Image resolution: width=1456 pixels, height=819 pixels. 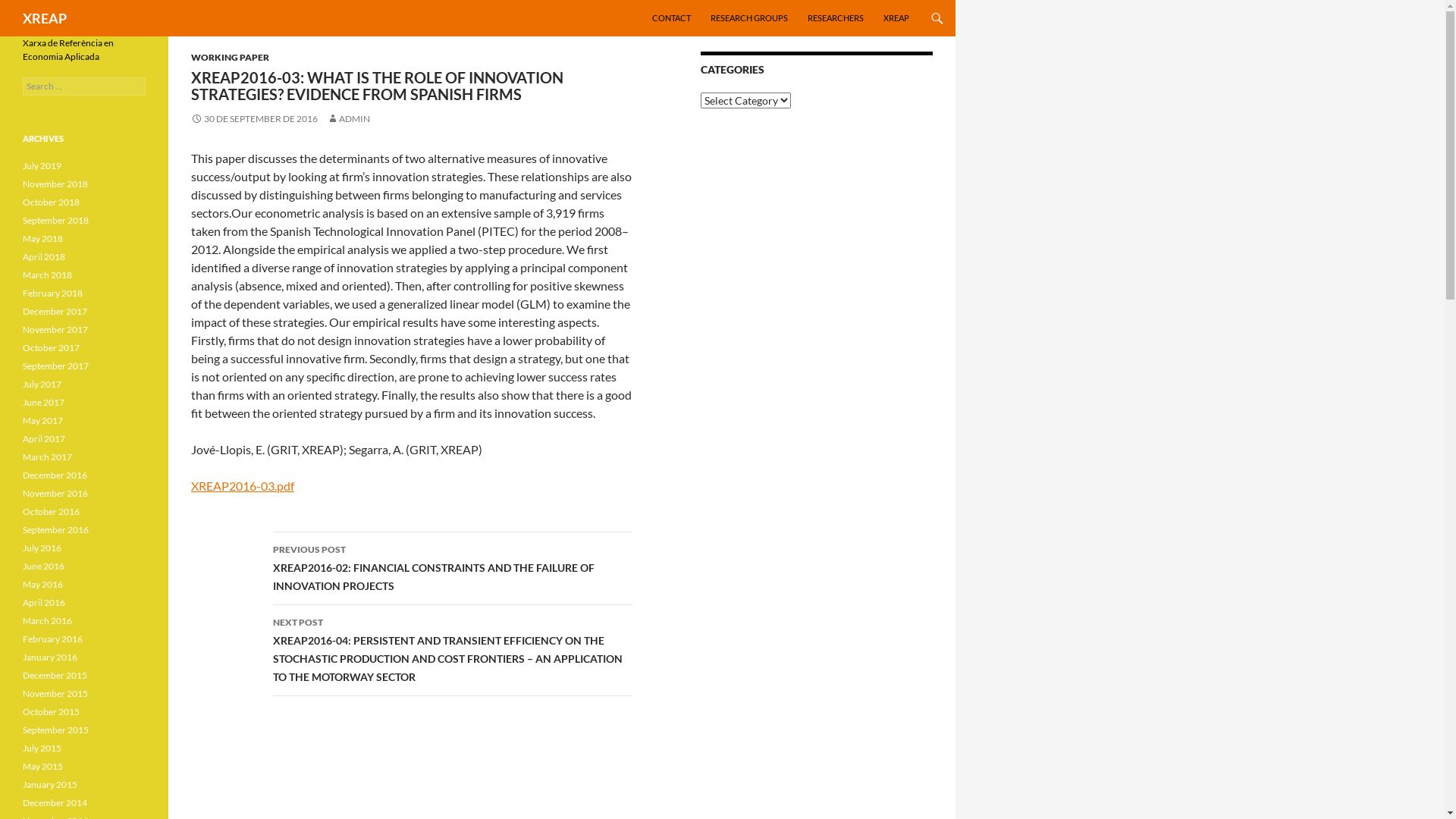 What do you see at coordinates (254, 118) in the screenshot?
I see `'30 DE SEPTEMBER DE 2016'` at bounding box center [254, 118].